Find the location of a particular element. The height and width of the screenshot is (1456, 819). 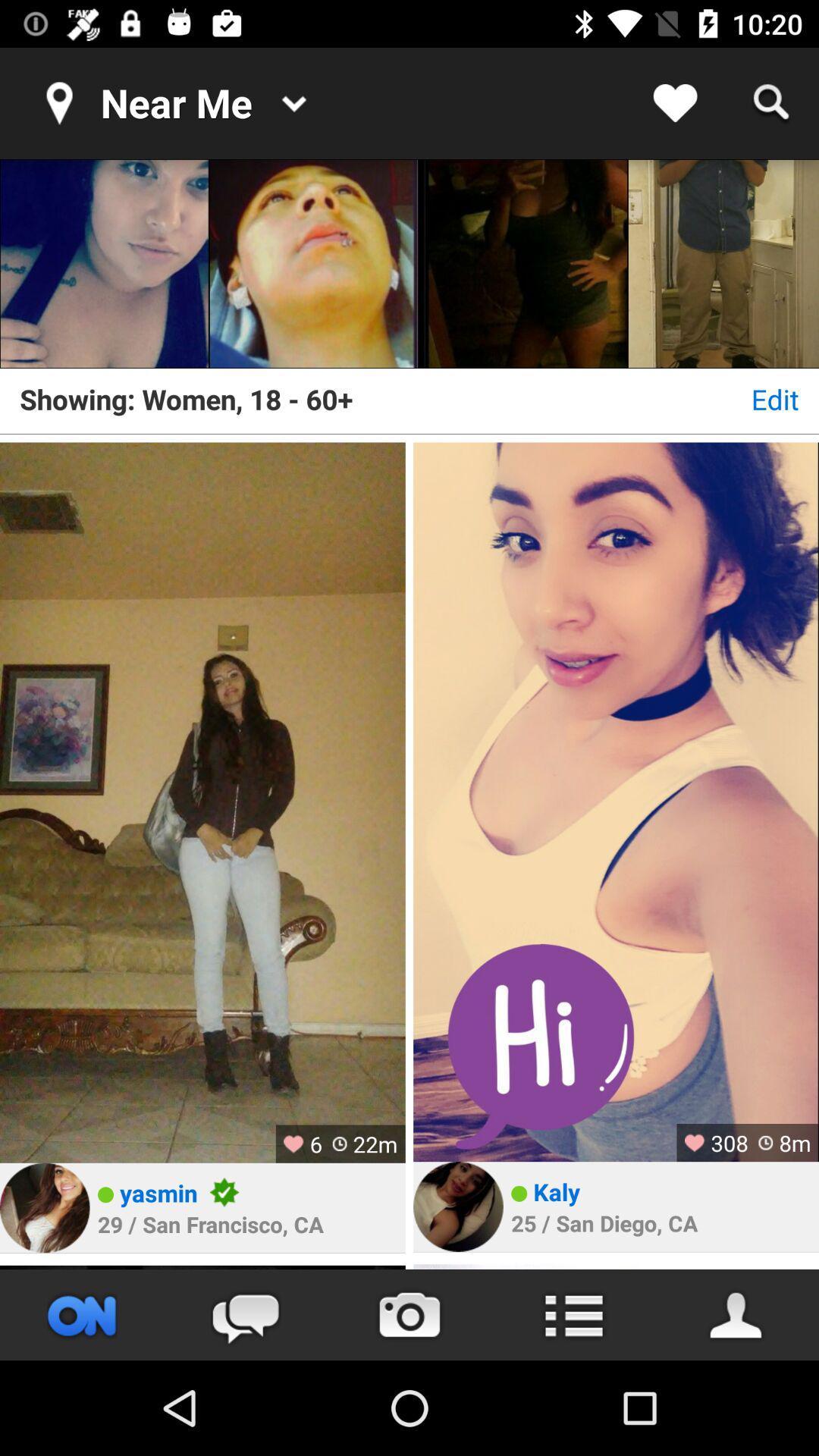

access menu options is located at coordinates (573, 1314).